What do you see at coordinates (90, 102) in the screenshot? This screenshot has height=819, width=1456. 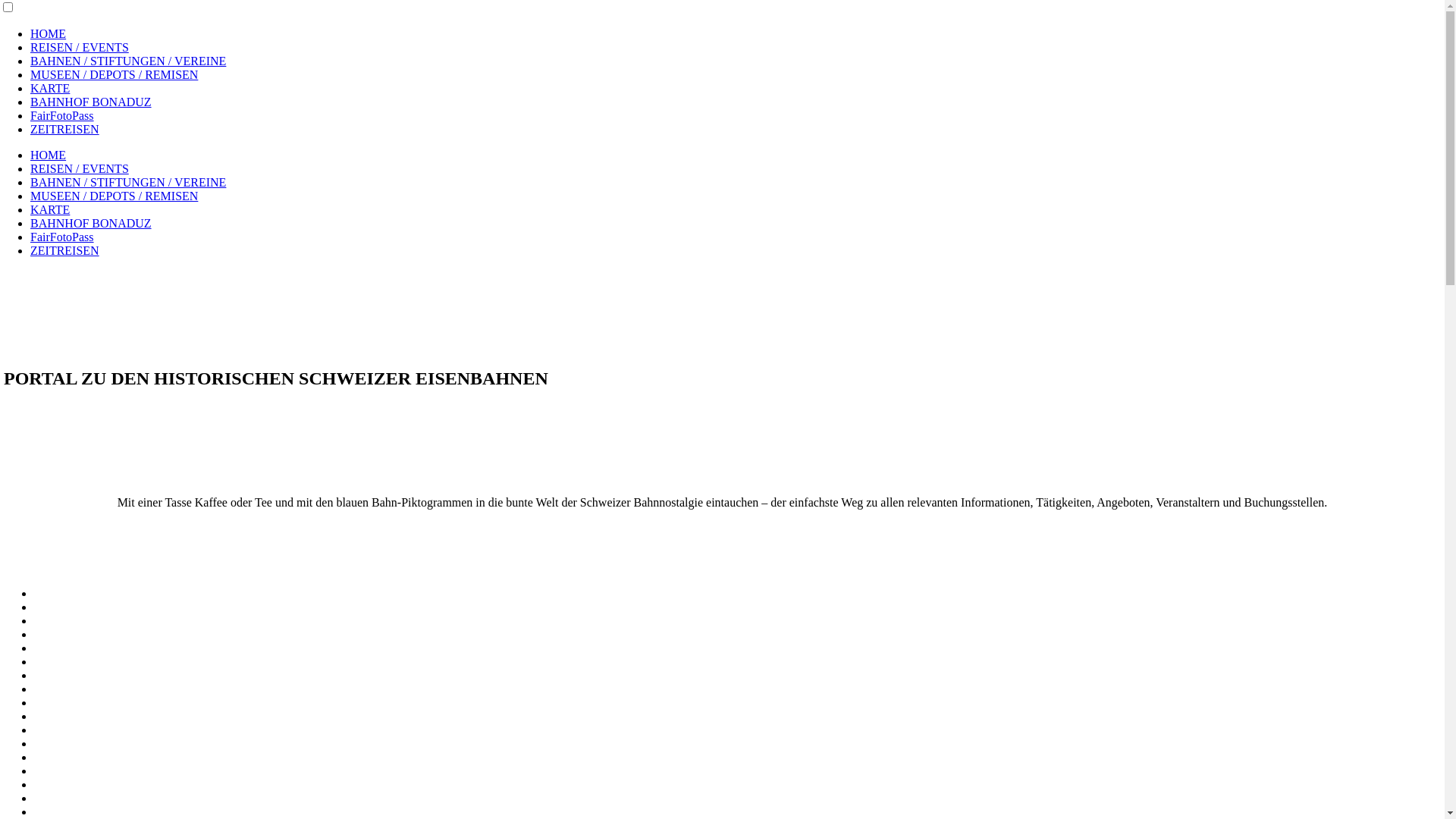 I see `'BAHNHOF BONADUZ'` at bounding box center [90, 102].